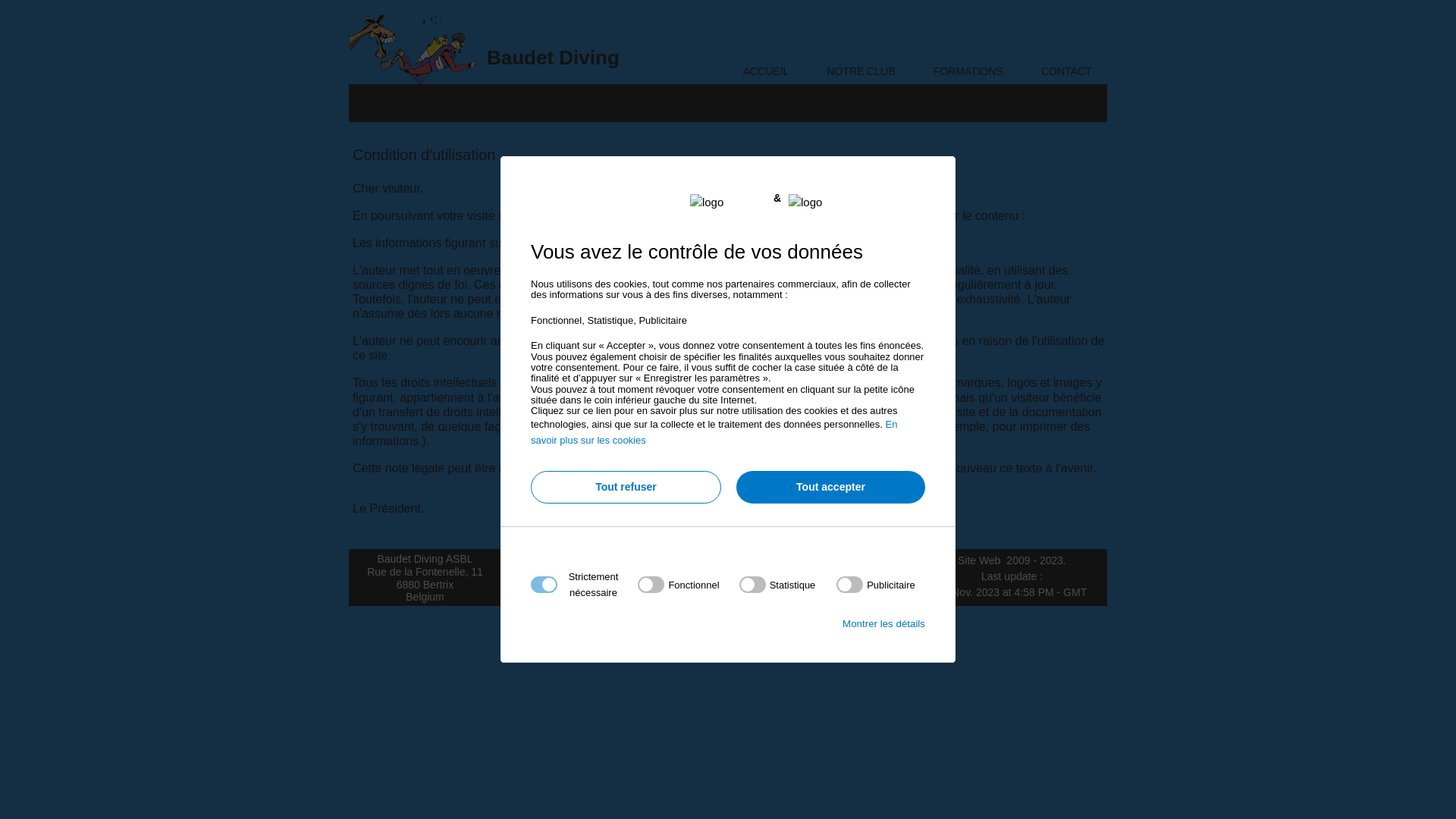  I want to click on 'NOTRE CLUB', so click(861, 67).